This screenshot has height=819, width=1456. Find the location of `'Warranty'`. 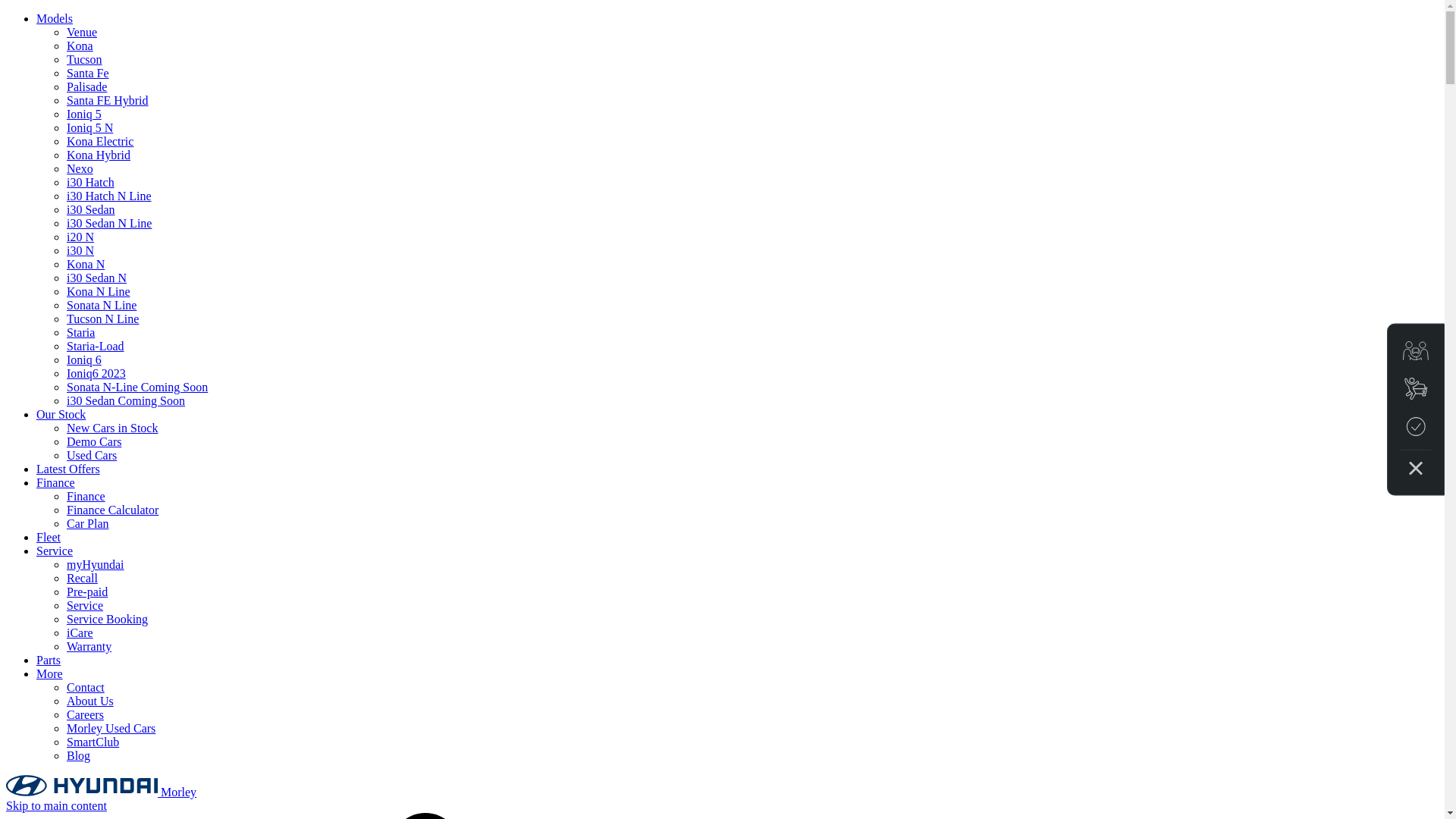

'Warranty' is located at coordinates (65, 646).